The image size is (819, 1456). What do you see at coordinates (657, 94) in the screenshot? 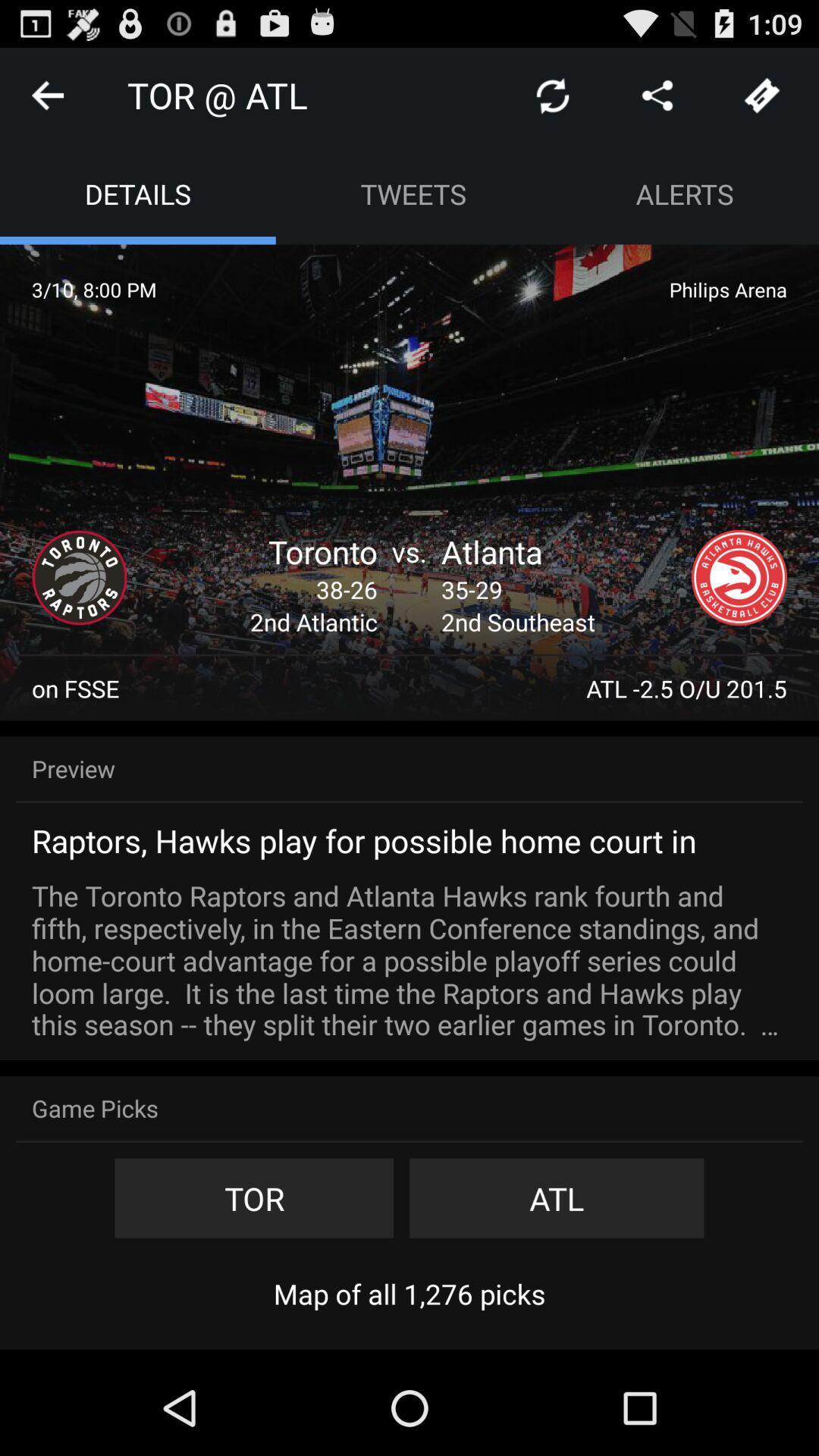
I see `show directions` at bounding box center [657, 94].